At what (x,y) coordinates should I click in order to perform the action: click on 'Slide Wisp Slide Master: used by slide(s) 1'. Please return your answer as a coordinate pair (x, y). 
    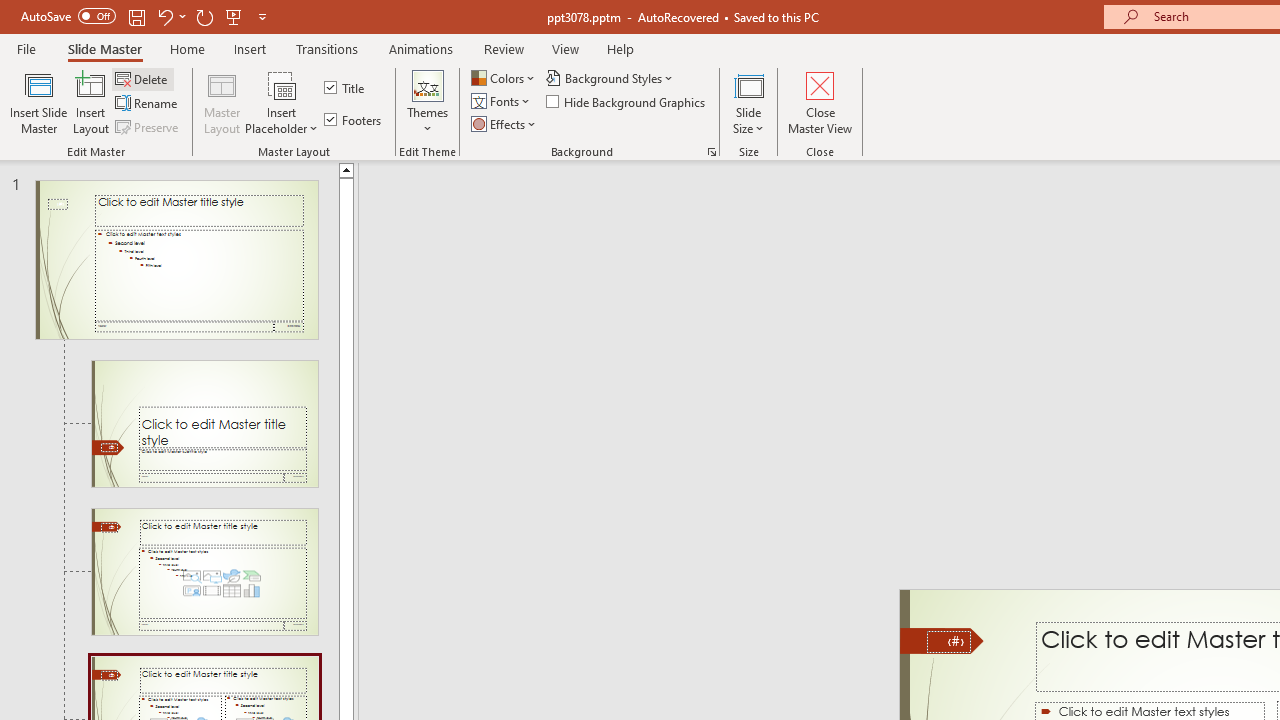
    Looking at the image, I should click on (176, 258).